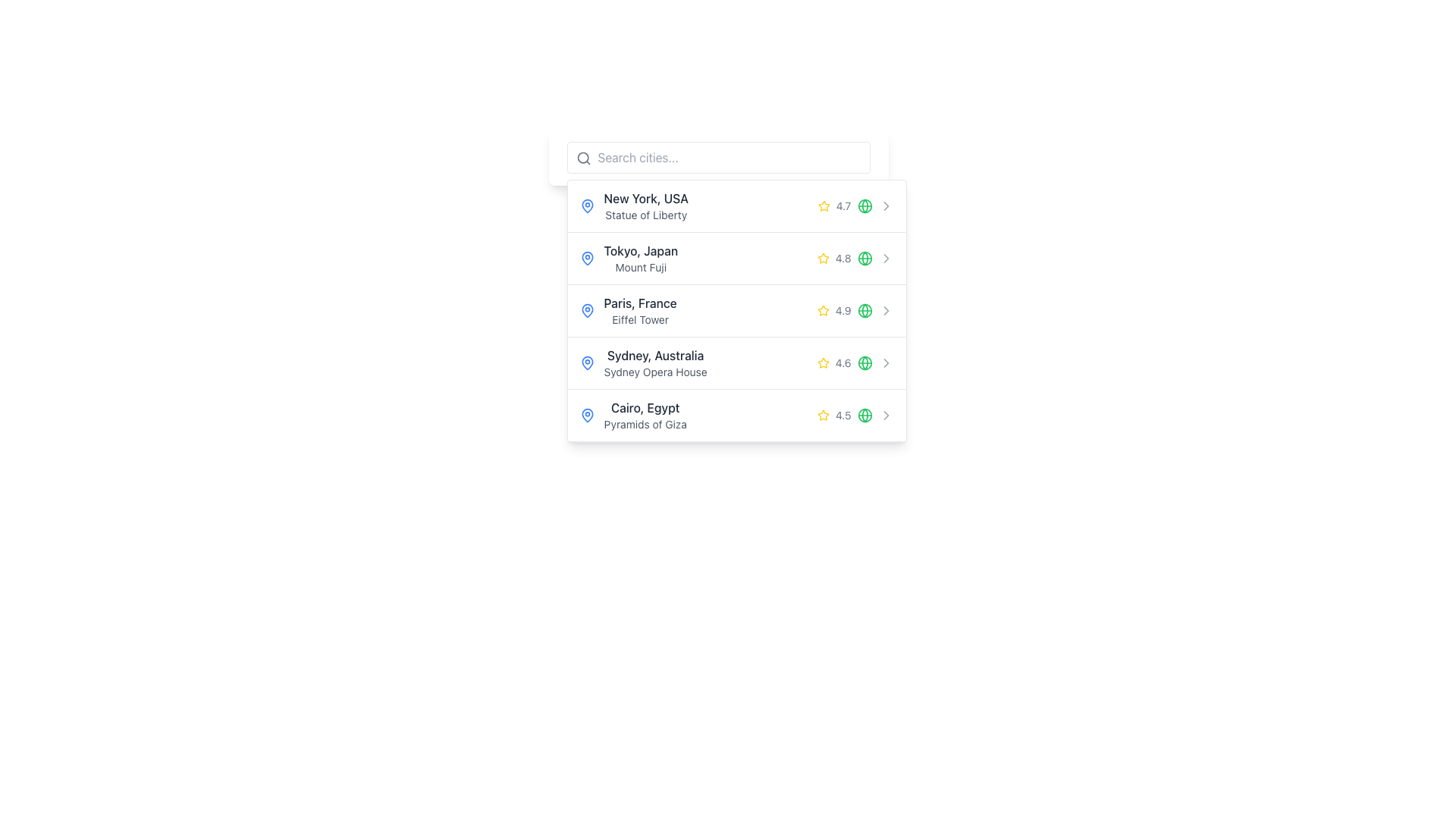 This screenshot has height=819, width=1456. What do you see at coordinates (640, 303) in the screenshot?
I see `the text label identifying the location 'Paris, France' in the dropdown list, which is positioned on the third row and is adjacent to a location icon` at bounding box center [640, 303].